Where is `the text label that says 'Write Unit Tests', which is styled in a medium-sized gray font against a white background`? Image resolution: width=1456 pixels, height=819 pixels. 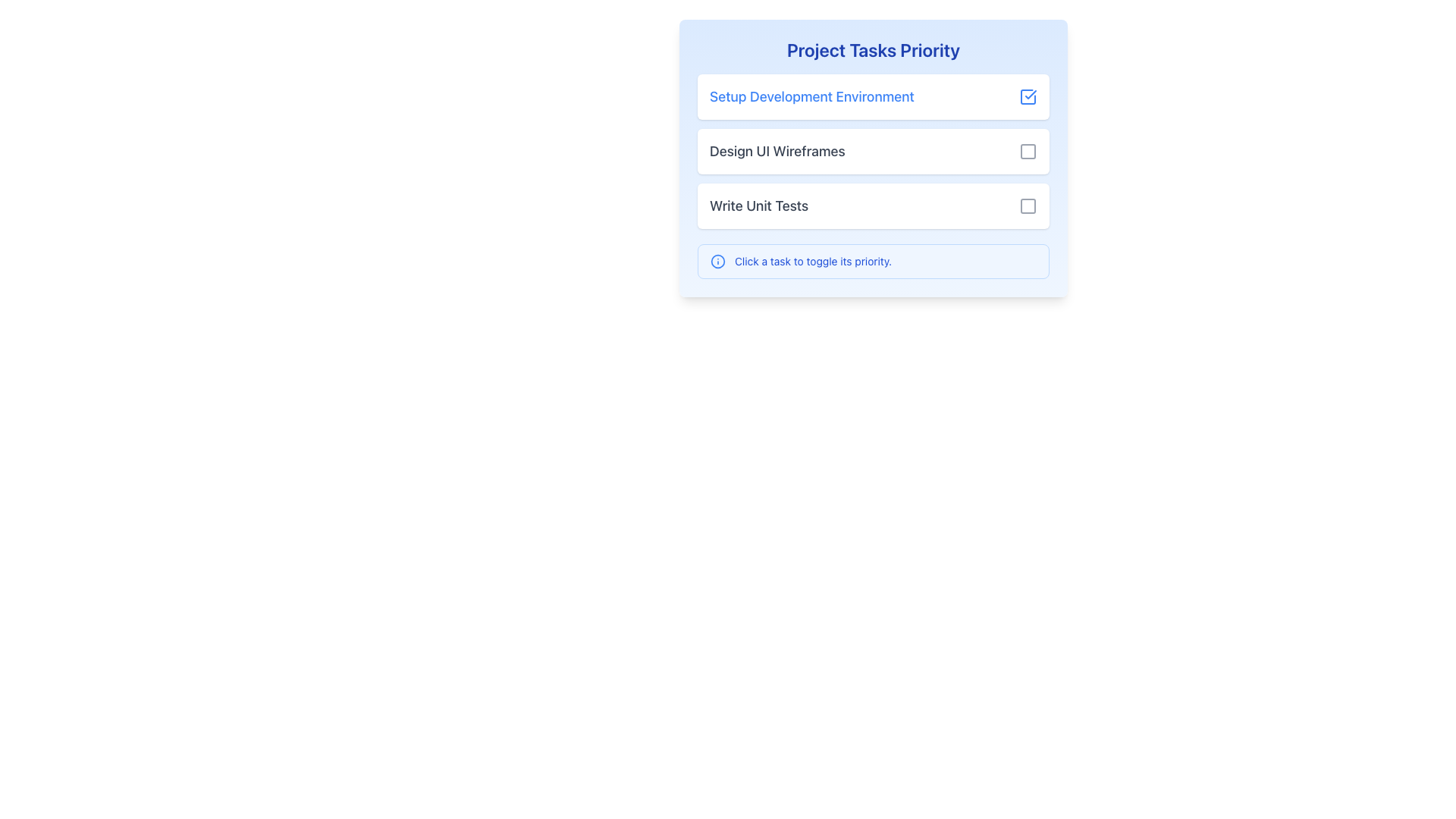
the text label that says 'Write Unit Tests', which is styled in a medium-sized gray font against a white background is located at coordinates (759, 206).